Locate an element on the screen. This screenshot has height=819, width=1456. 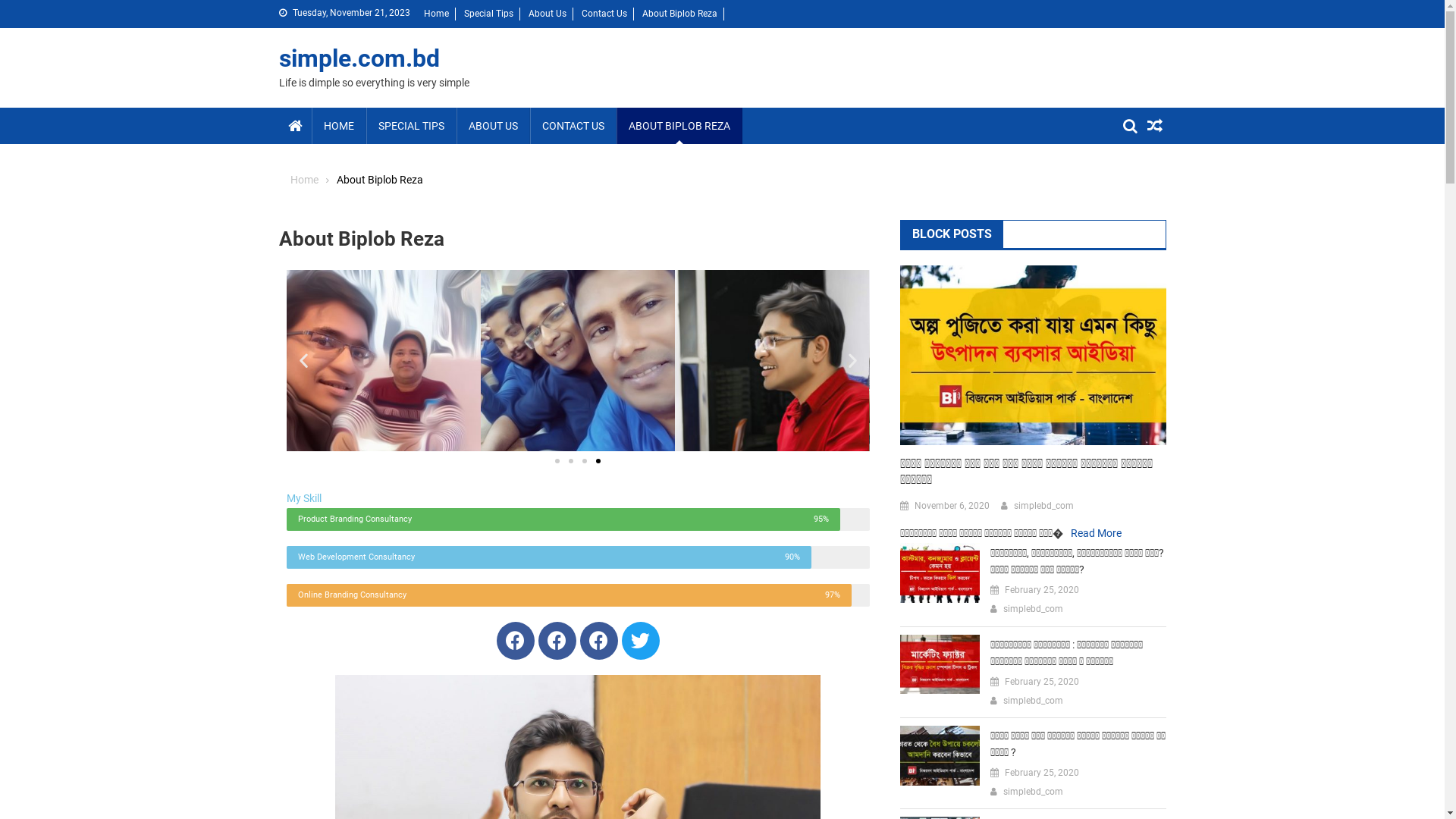
'February 25, 2020' is located at coordinates (1040, 681).